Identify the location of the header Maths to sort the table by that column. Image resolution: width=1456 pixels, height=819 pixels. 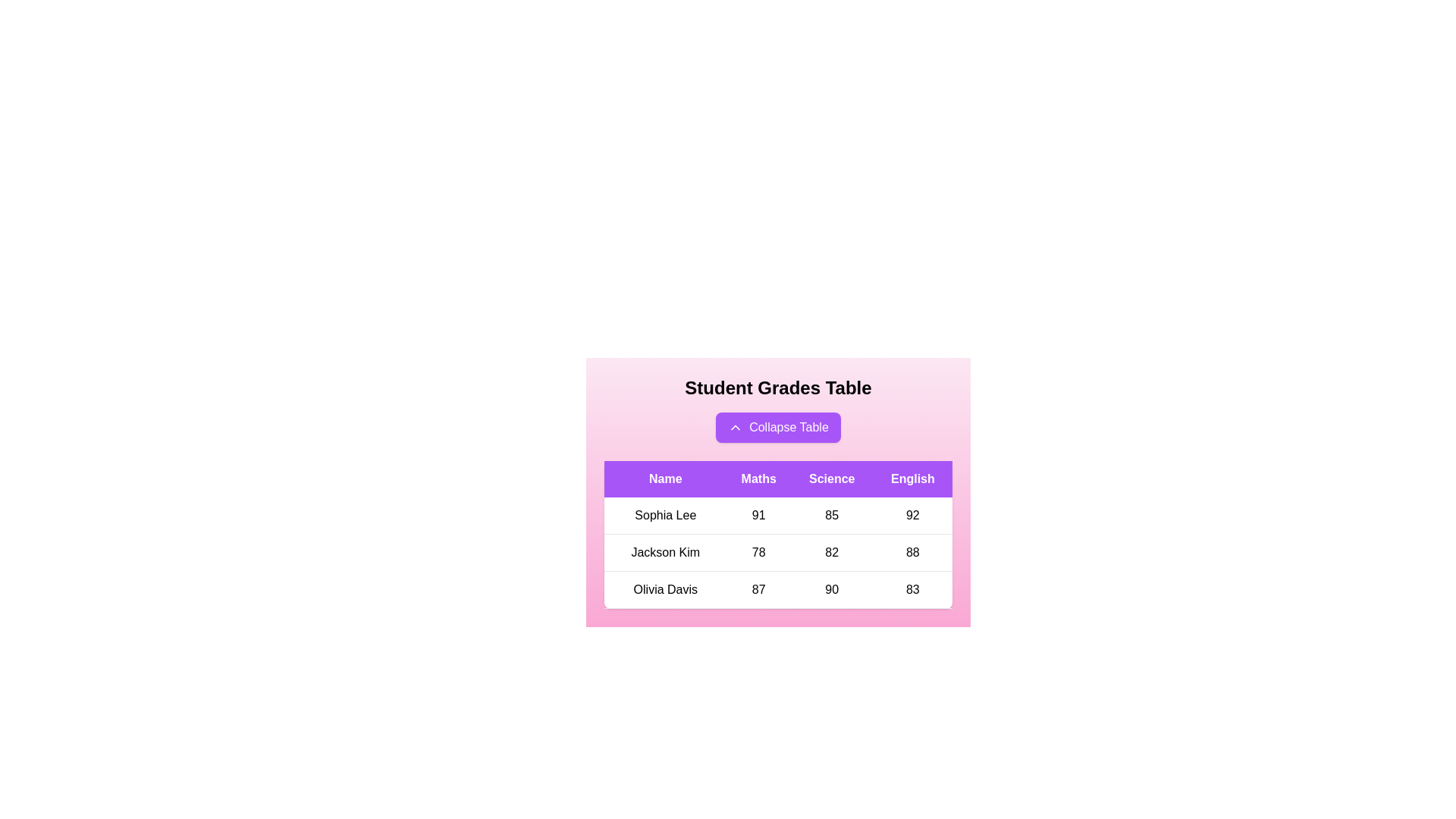
(758, 479).